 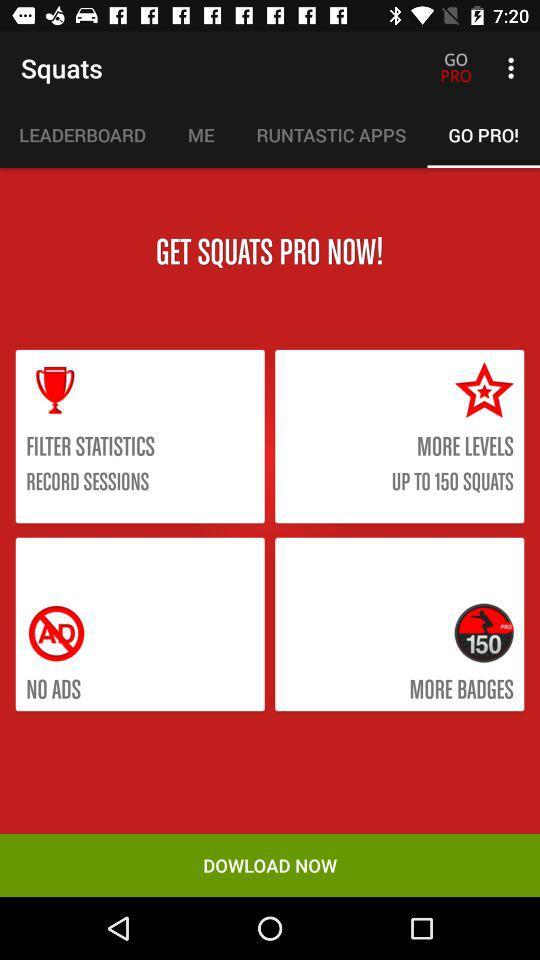 I want to click on item above the get squats pro, so click(x=201, y=134).